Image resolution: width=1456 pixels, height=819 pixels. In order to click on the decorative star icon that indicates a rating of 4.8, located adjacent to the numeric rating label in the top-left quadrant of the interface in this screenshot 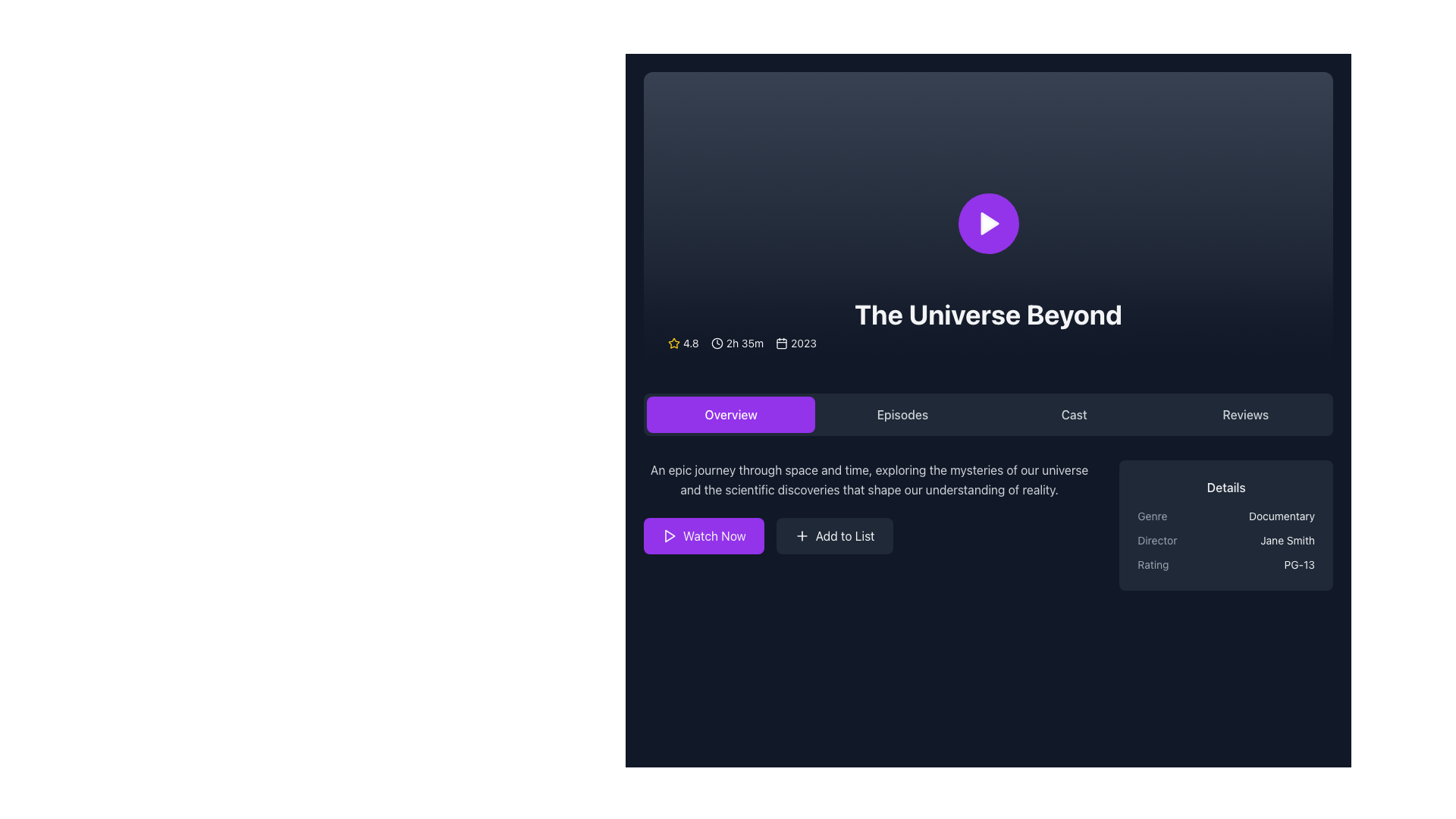, I will do `click(673, 343)`.